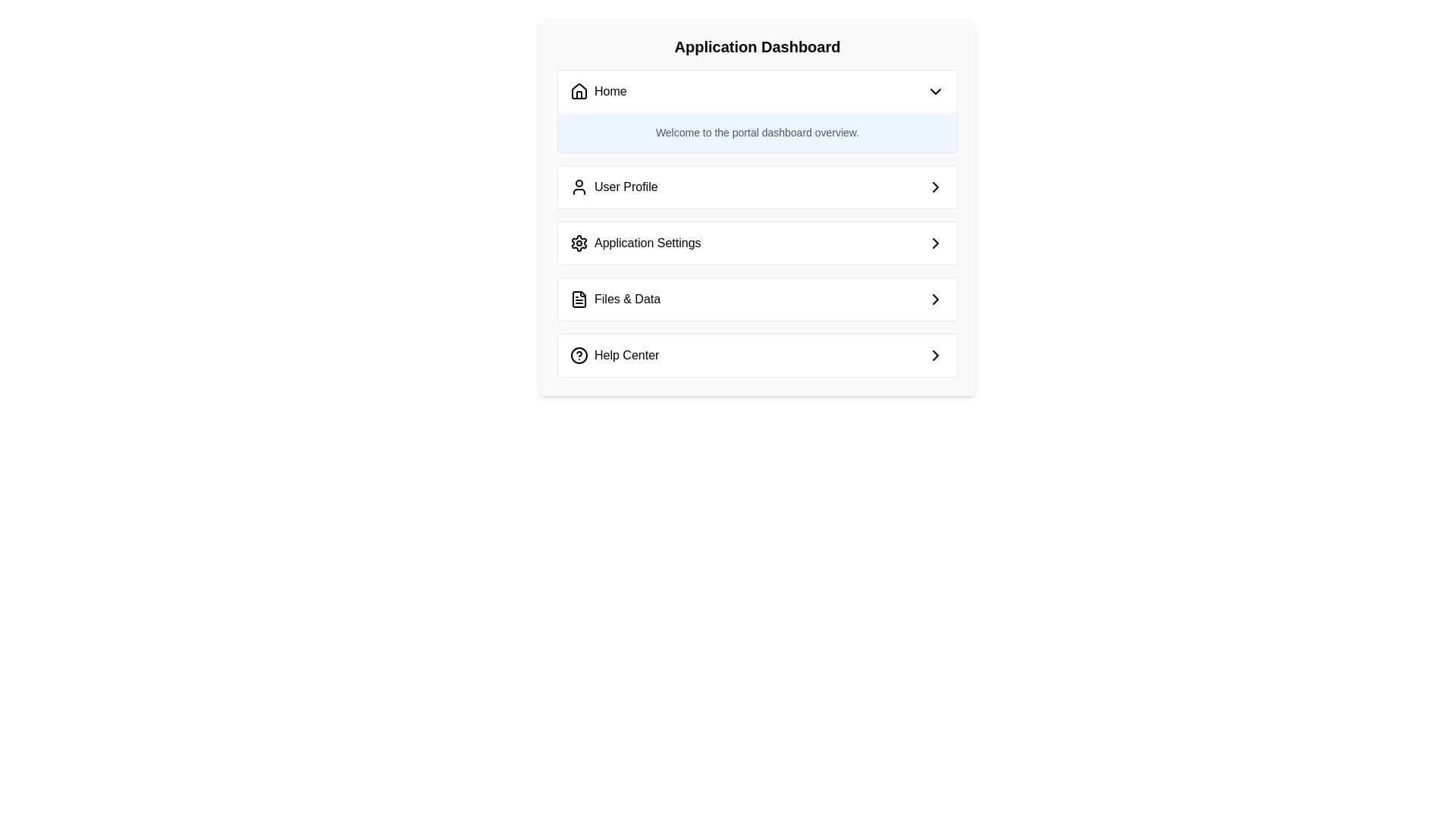 The height and width of the screenshot is (819, 1456). What do you see at coordinates (635, 242) in the screenshot?
I see `the third item in the vertical list of menu options, which is the 'Application Settings' clickable menu item located between 'User Profile' and 'Files & Data'` at bounding box center [635, 242].